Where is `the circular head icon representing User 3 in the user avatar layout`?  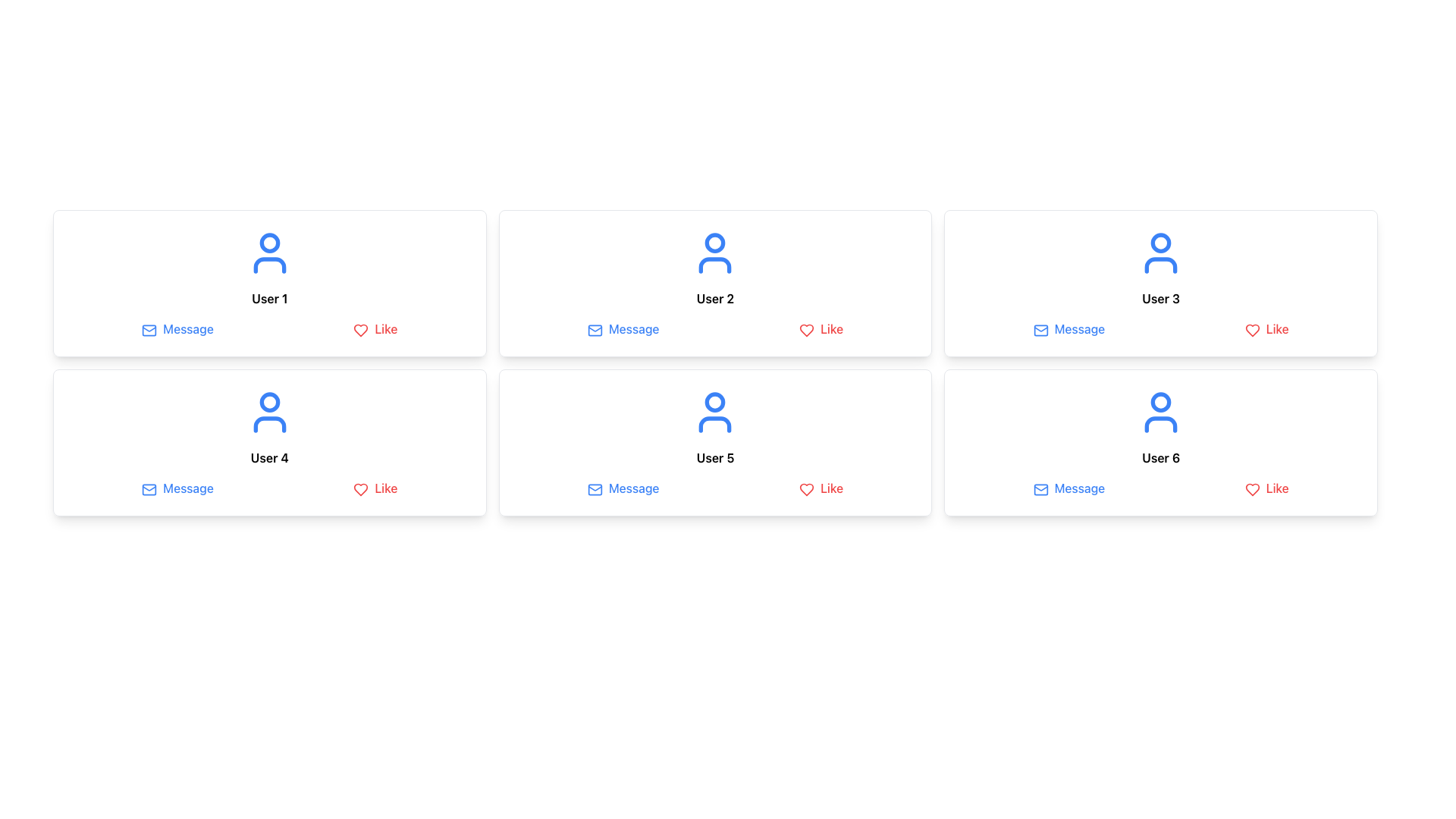
the circular head icon representing User 3 in the user avatar layout is located at coordinates (1160, 242).